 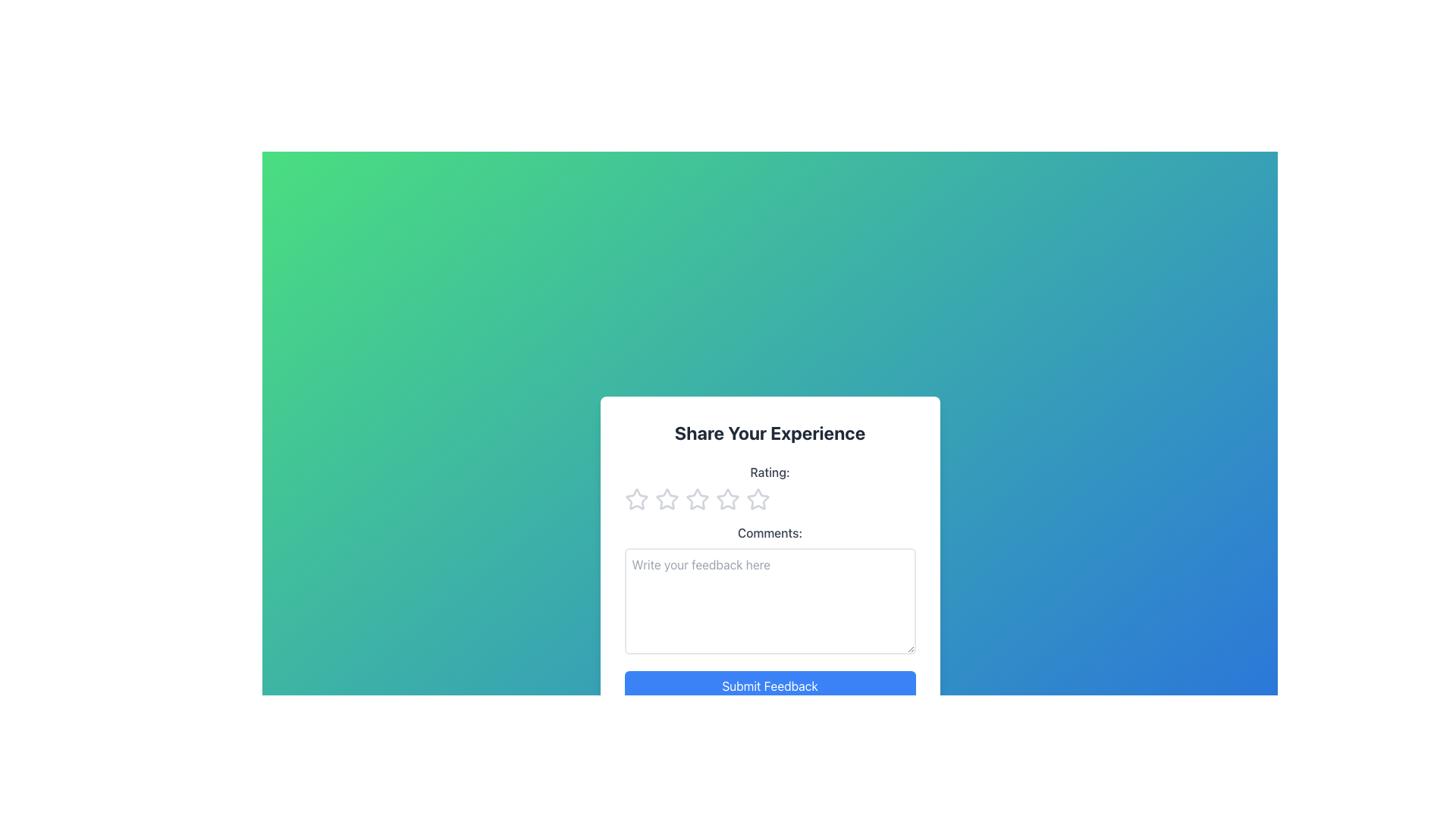 I want to click on the 'Submit Feedback' button, so click(x=770, y=686).